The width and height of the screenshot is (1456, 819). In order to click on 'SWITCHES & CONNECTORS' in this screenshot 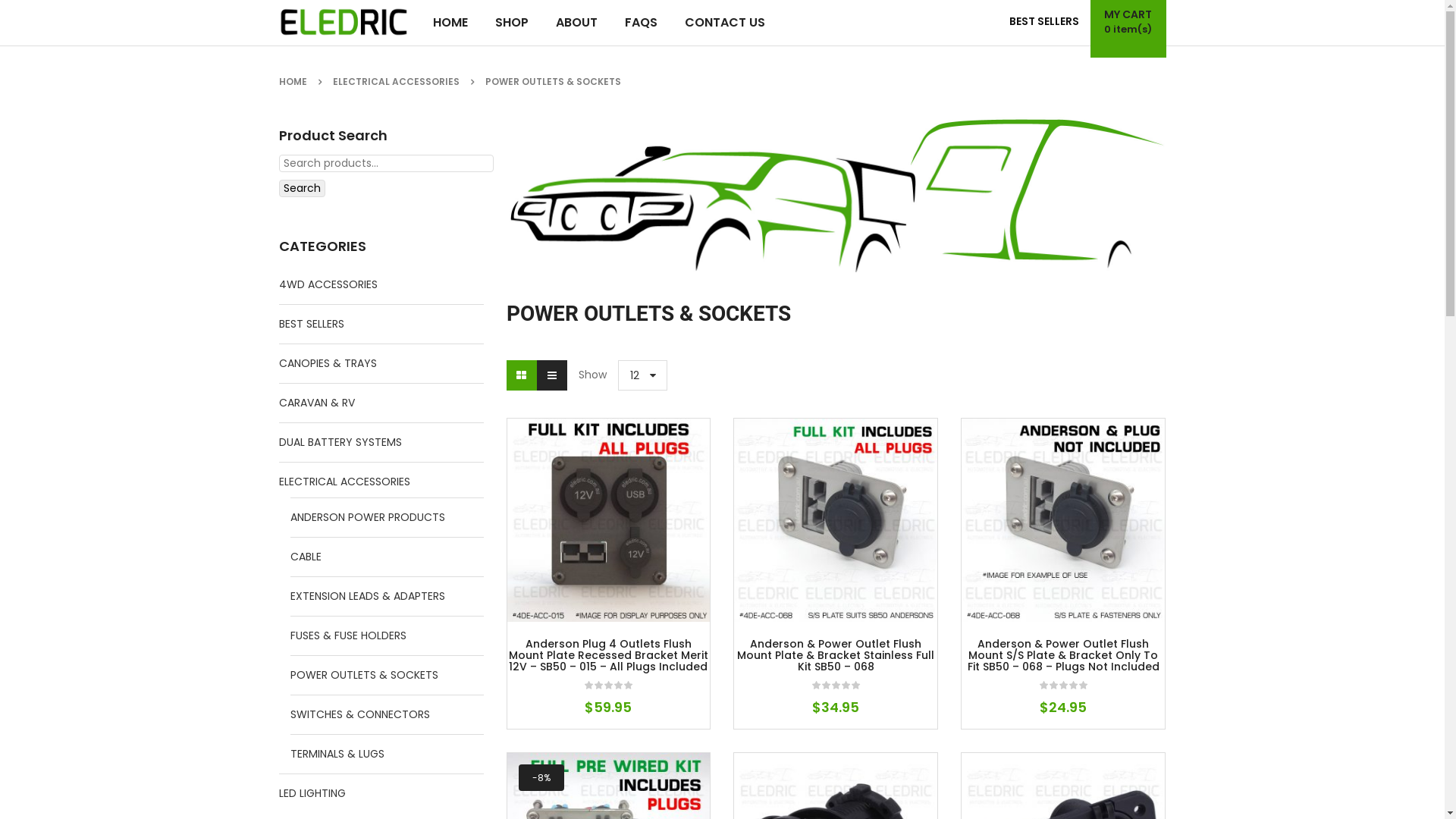, I will do `click(290, 714)`.